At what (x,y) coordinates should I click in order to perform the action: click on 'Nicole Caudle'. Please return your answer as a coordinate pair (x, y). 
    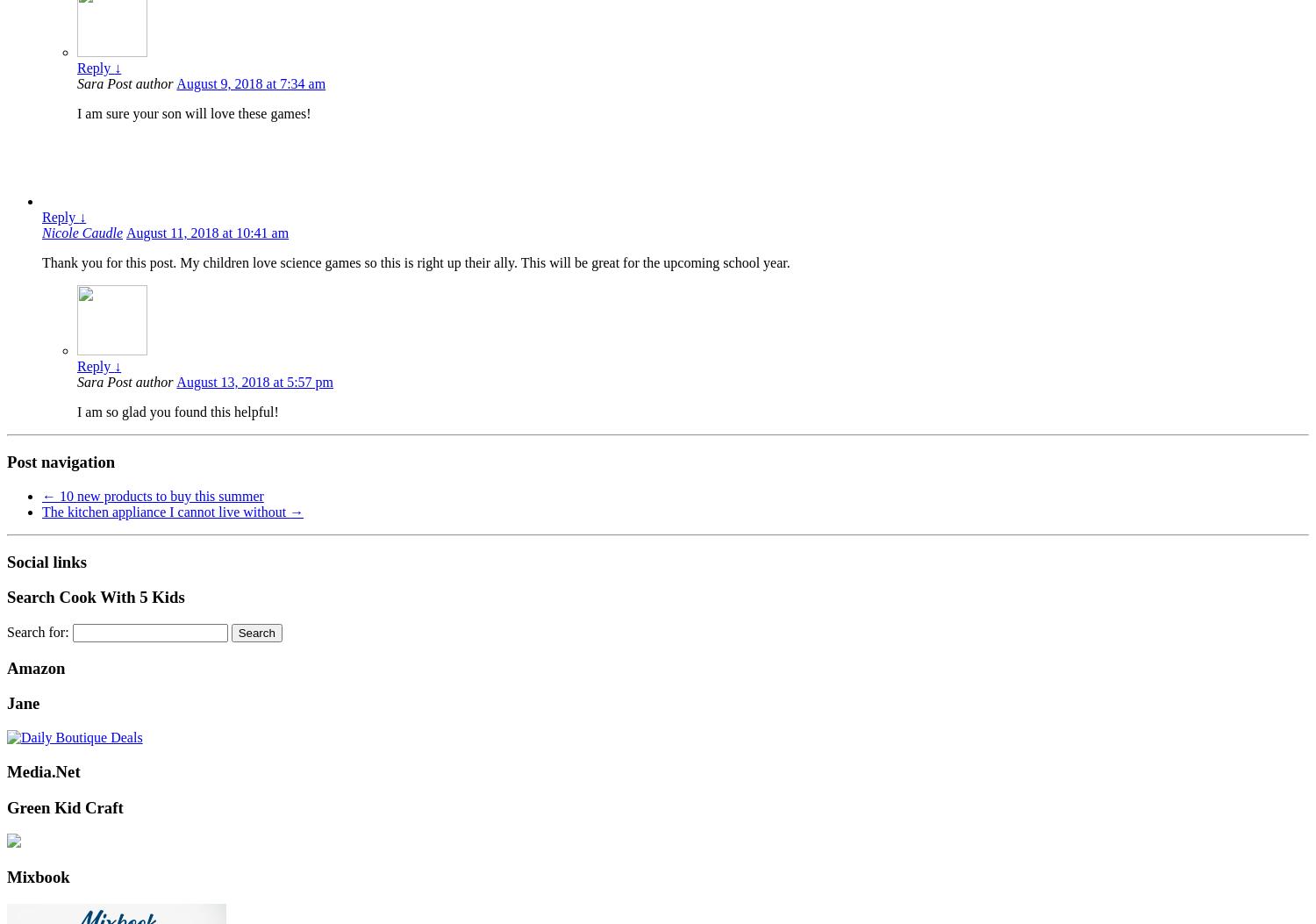
    Looking at the image, I should click on (81, 232).